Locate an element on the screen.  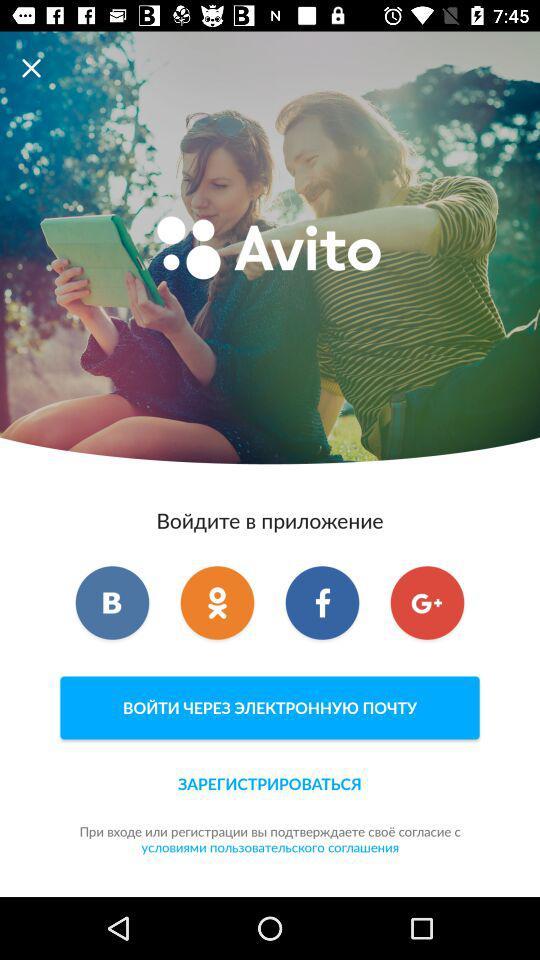
the facebook icon is located at coordinates (322, 601).